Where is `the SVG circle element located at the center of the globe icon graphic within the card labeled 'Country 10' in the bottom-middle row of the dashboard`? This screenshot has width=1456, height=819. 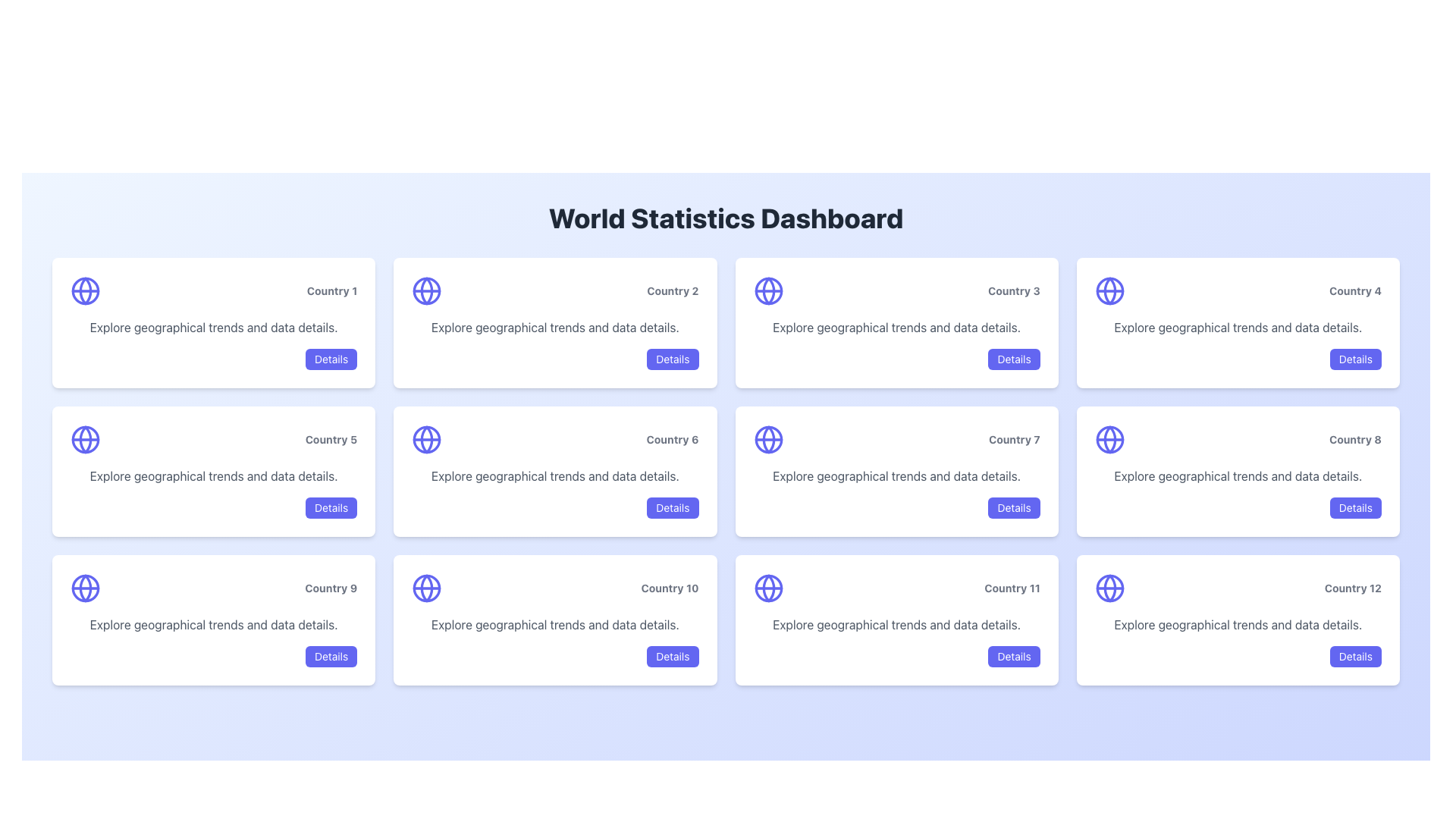 the SVG circle element located at the center of the globe icon graphic within the card labeled 'Country 10' in the bottom-middle row of the dashboard is located at coordinates (426, 587).